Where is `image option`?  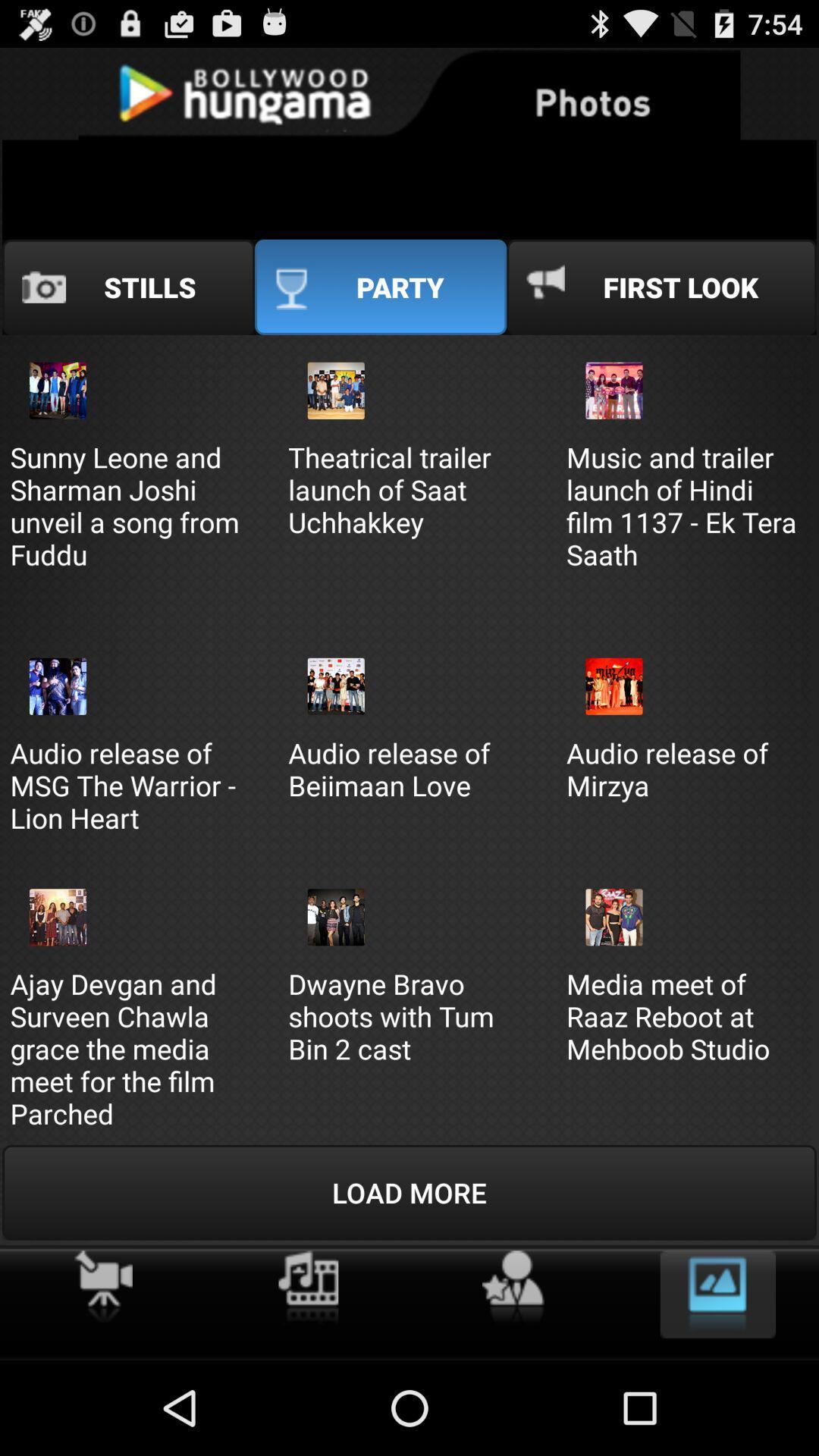
image option is located at coordinates (717, 1294).